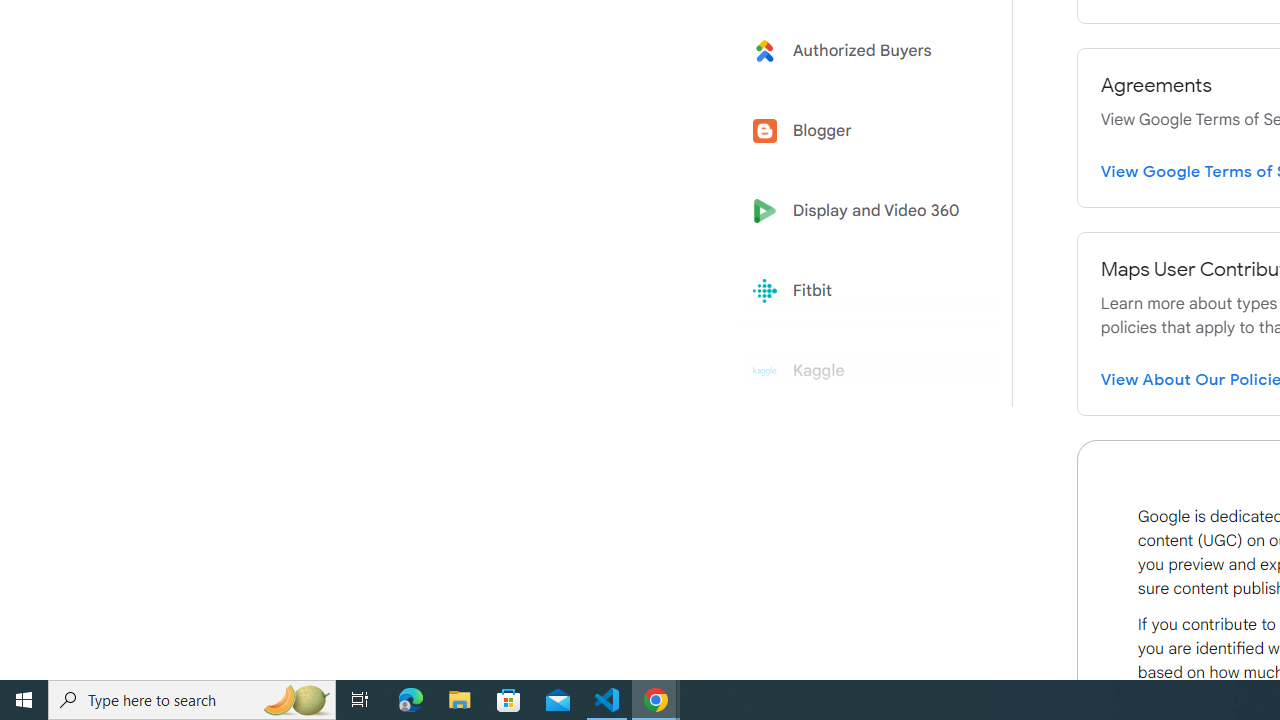 This screenshot has width=1280, height=720. I want to click on 'Fitbit', so click(862, 291).